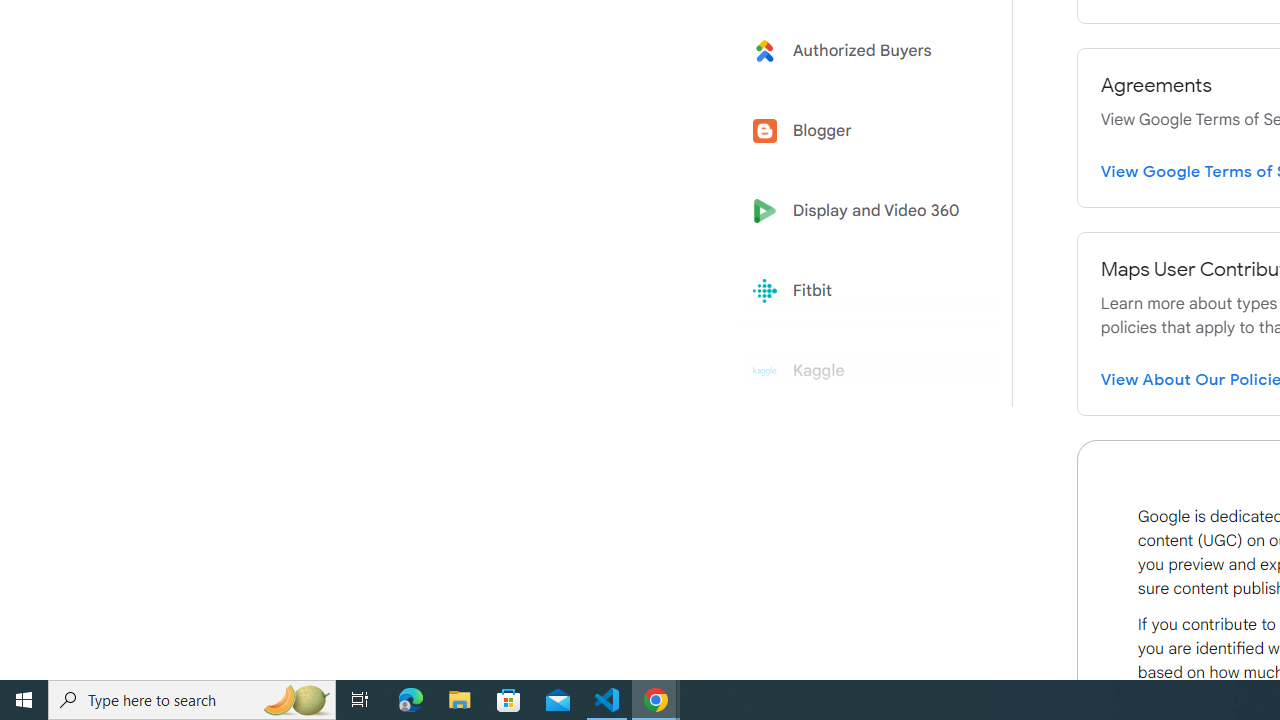 This screenshot has width=1280, height=720. I want to click on 'Fitbit', so click(862, 291).